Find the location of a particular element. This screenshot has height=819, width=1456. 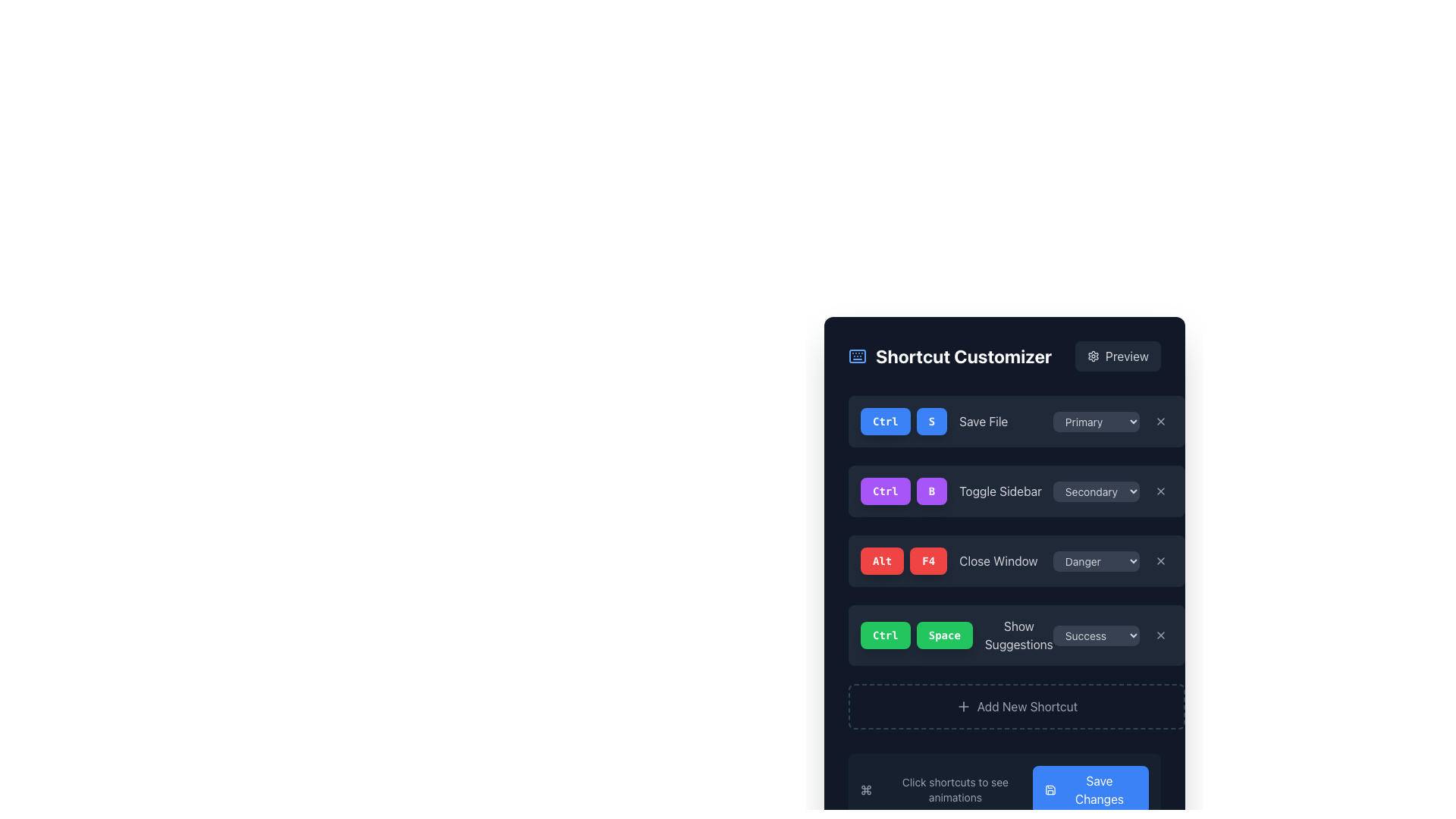

the icon that visually represents a command or shortcut, located to the left of the text 'Click shortcuts to see animations' at the bottom of the interface is located at coordinates (866, 789).